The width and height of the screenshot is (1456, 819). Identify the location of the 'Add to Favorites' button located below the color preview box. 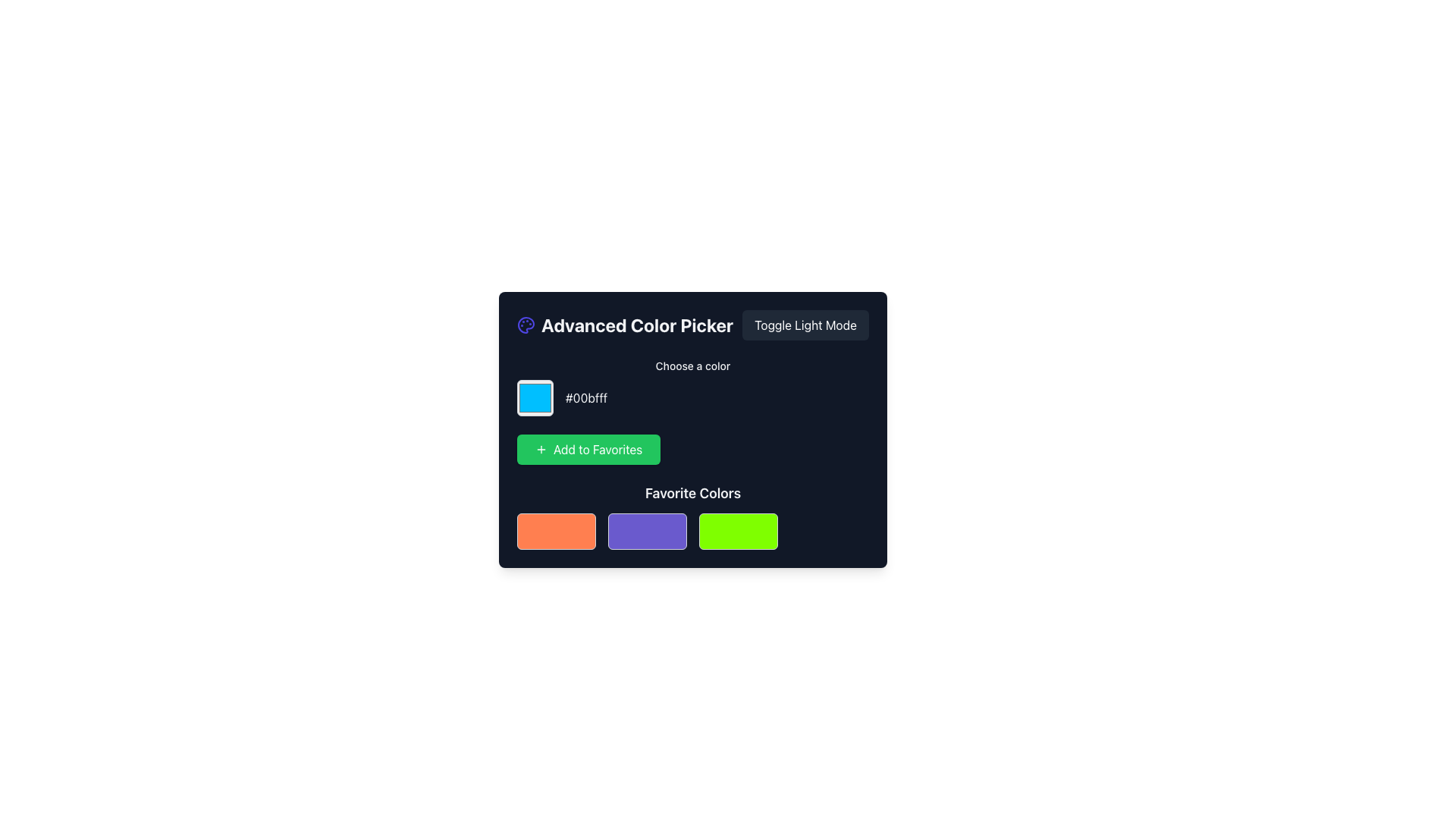
(588, 449).